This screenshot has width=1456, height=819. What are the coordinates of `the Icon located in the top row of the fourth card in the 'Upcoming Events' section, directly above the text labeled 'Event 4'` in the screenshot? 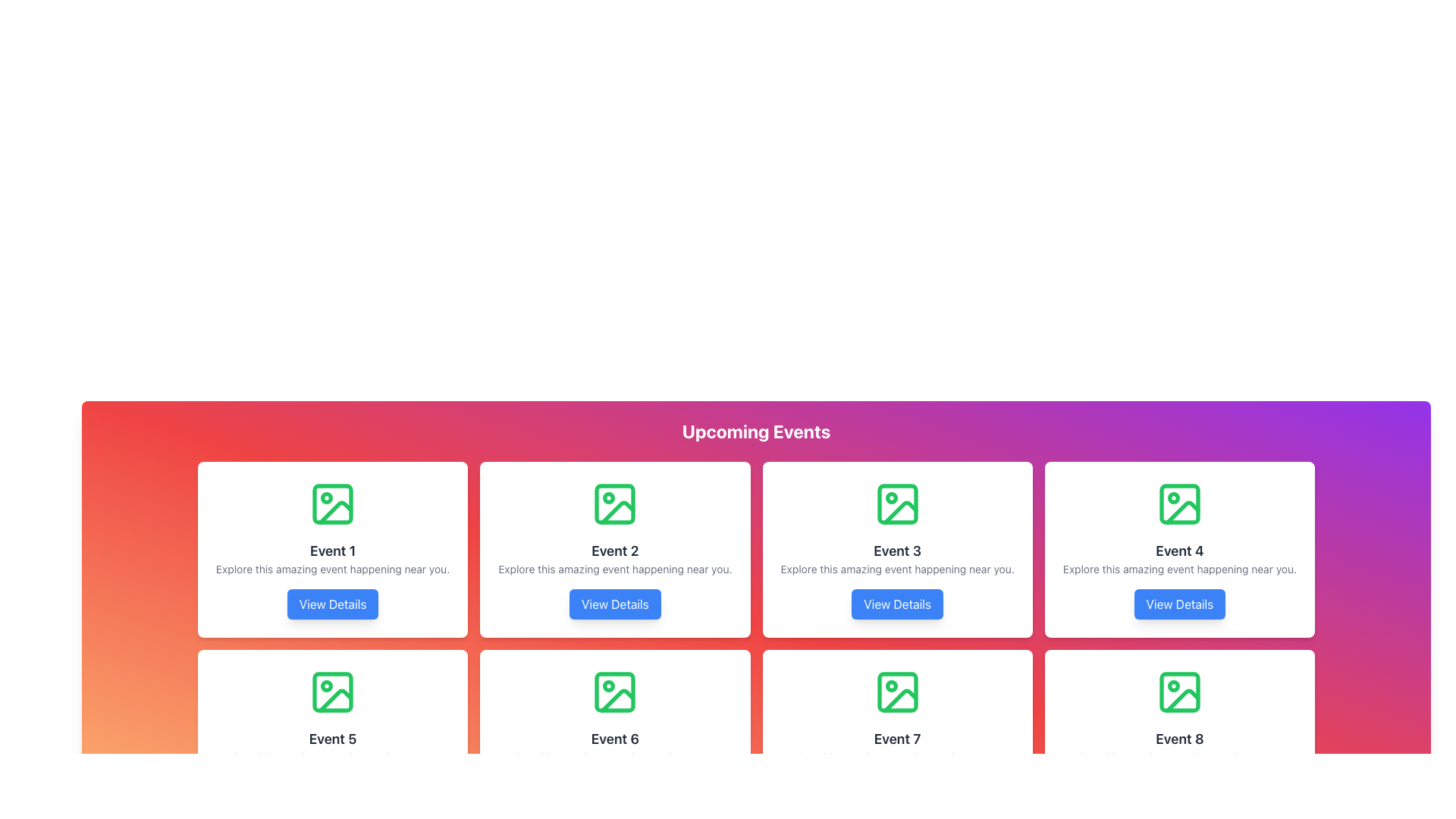 It's located at (1178, 504).